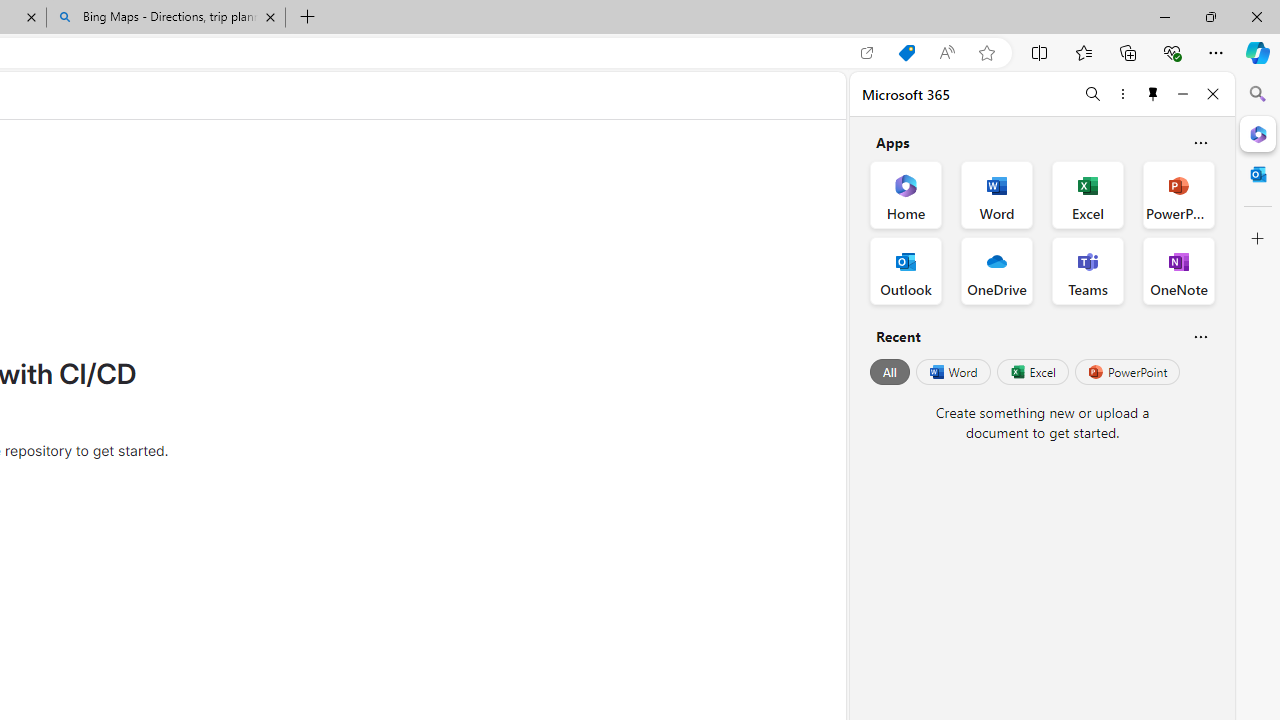  I want to click on 'Excel', so click(1032, 372).